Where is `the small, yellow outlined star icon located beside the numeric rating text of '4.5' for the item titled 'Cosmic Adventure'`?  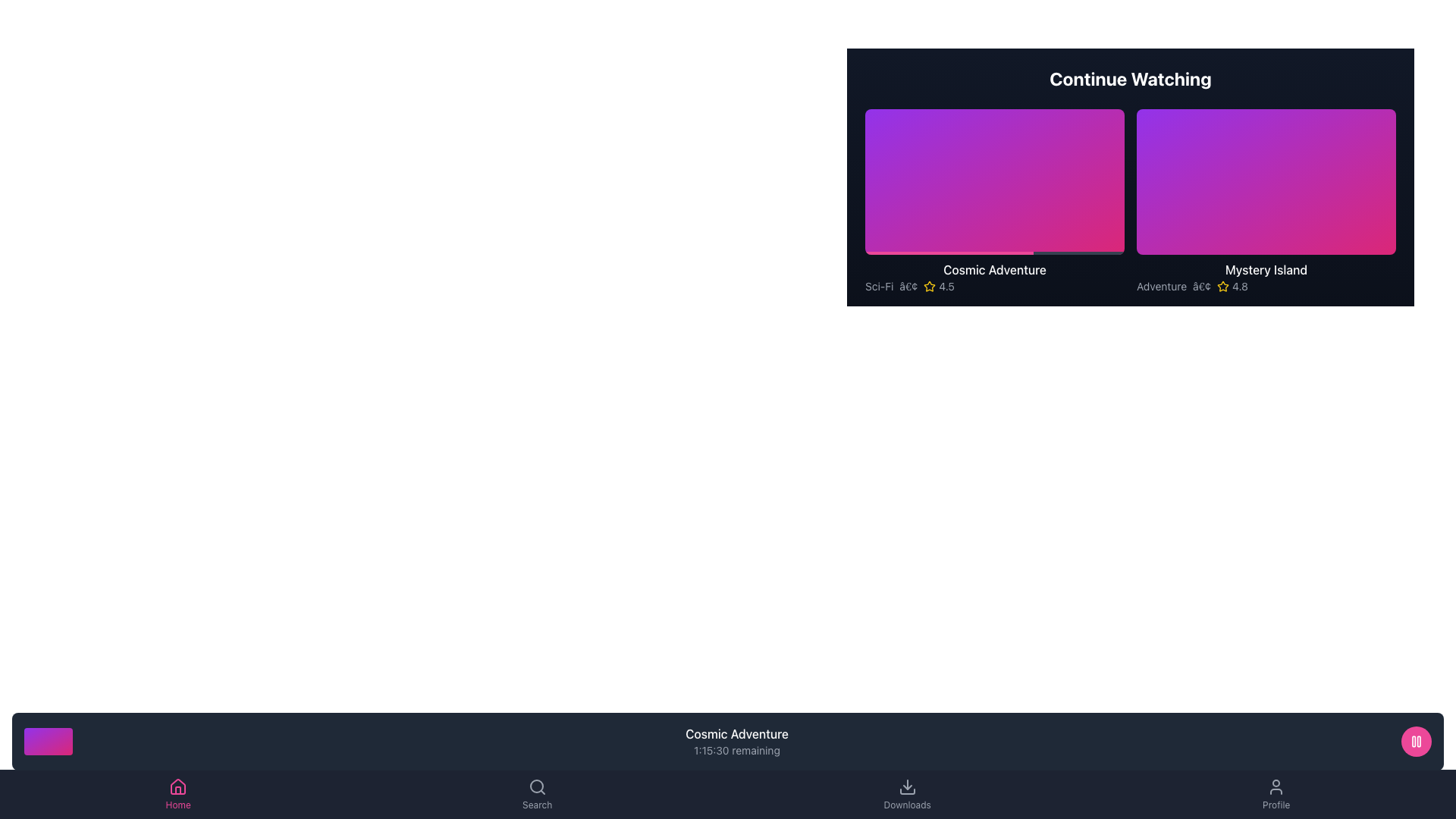 the small, yellow outlined star icon located beside the numeric rating text of '4.5' for the item titled 'Cosmic Adventure' is located at coordinates (929, 287).